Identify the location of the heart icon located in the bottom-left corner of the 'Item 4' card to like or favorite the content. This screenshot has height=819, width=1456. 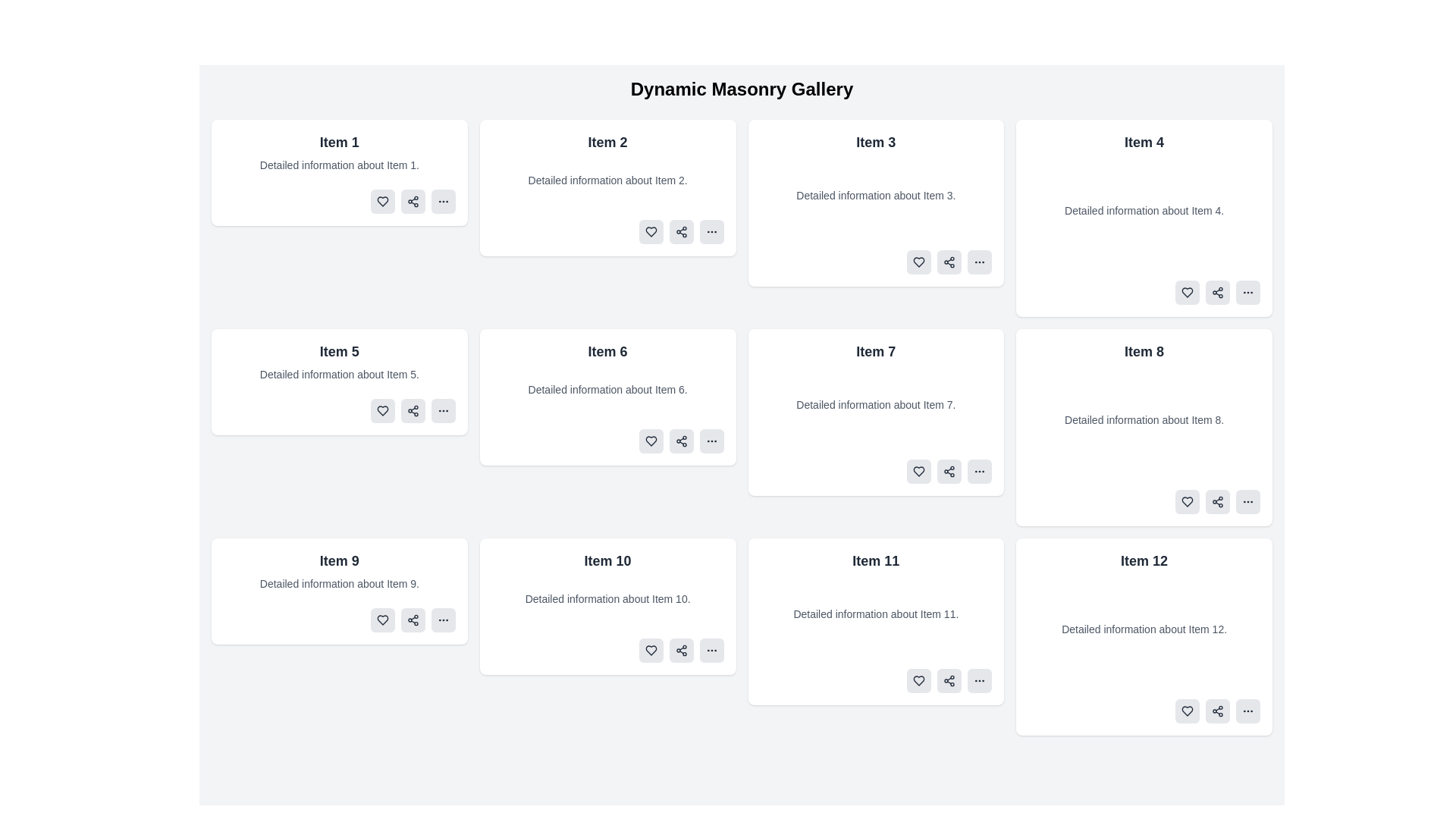
(1186, 292).